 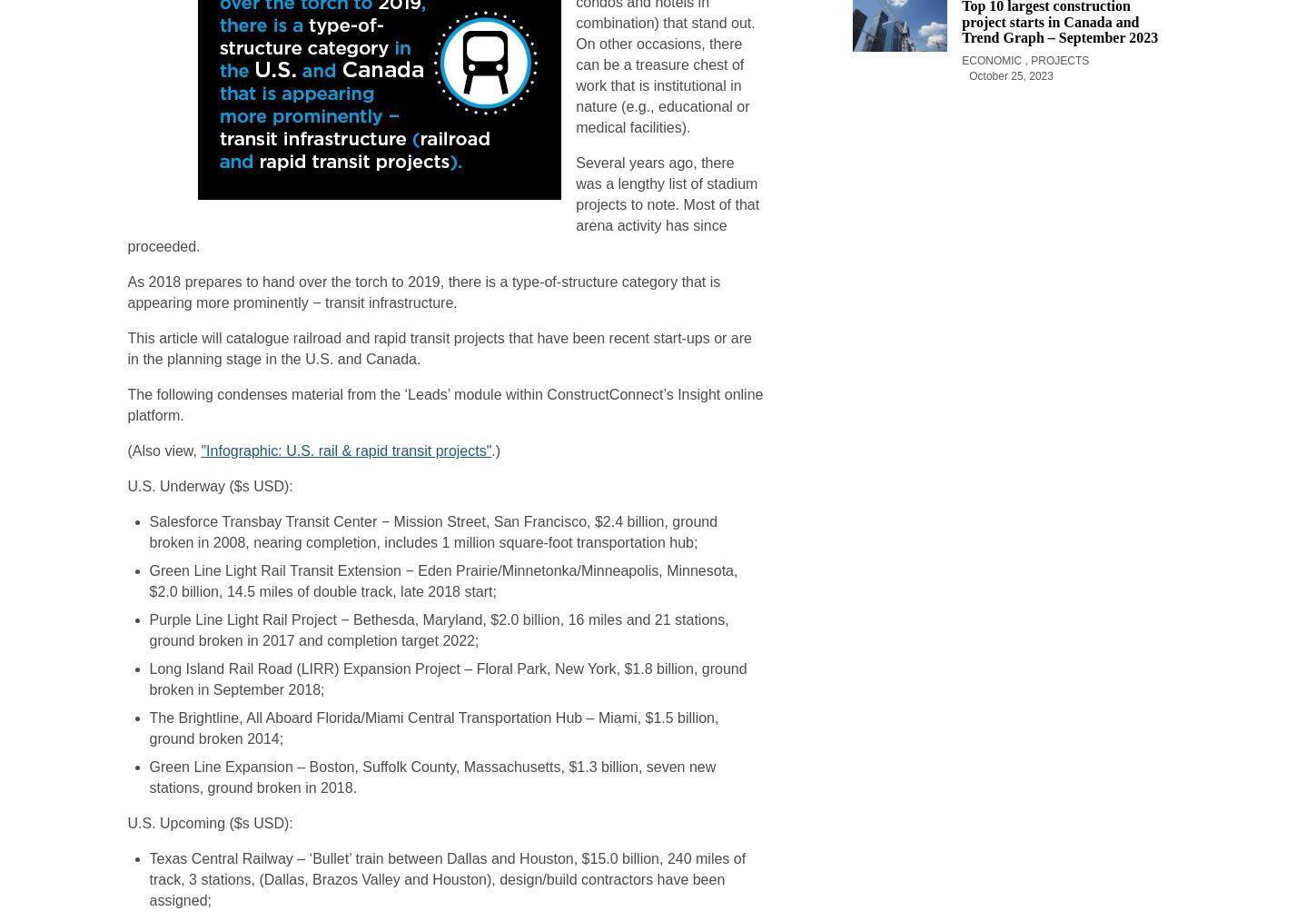 What do you see at coordinates (447, 879) in the screenshot?
I see `'Texas  Central Railway – ‘Bullet’ train between Dallas and Houston, $15.0 billion, 240  miles of track, 3 stations, (Dallas, Brazos Valley and Houston), design/build  contractors have been assigned;'` at bounding box center [447, 879].